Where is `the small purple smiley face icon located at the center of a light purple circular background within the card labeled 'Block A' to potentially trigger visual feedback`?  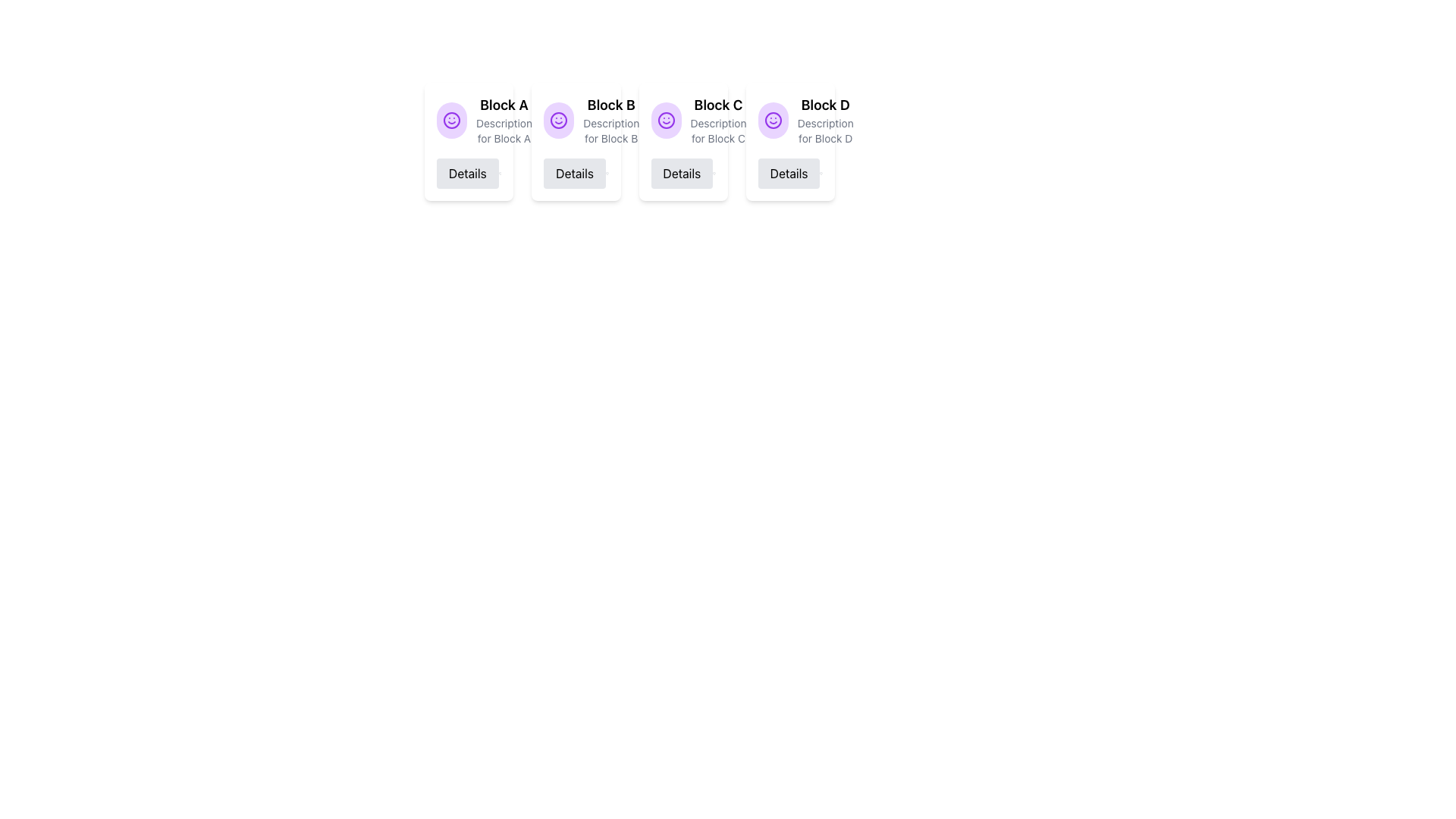
the small purple smiley face icon located at the center of a light purple circular background within the card labeled 'Block A' to potentially trigger visual feedback is located at coordinates (558, 119).